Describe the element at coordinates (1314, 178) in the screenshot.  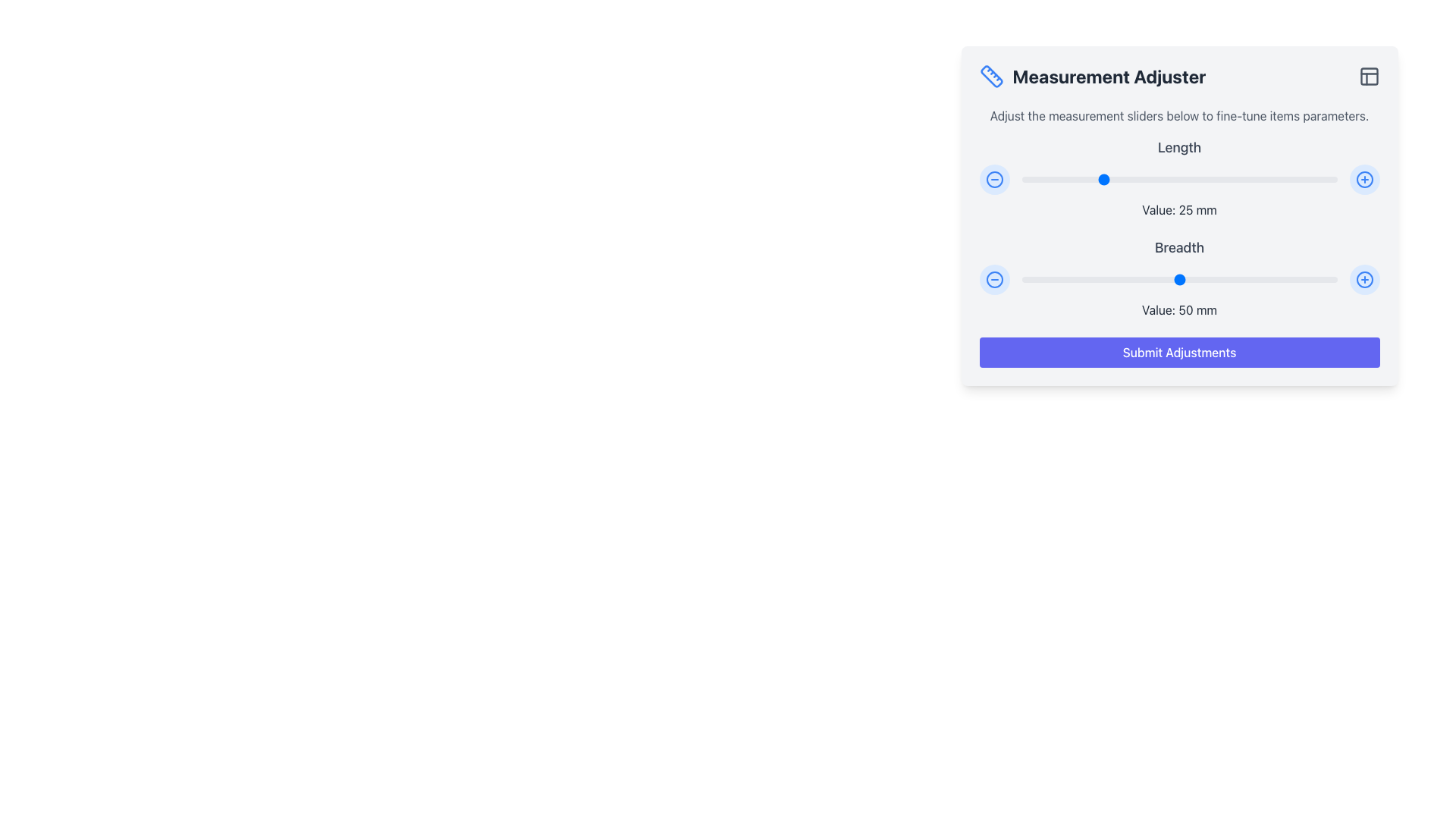
I see `the length adjustment slider` at that location.